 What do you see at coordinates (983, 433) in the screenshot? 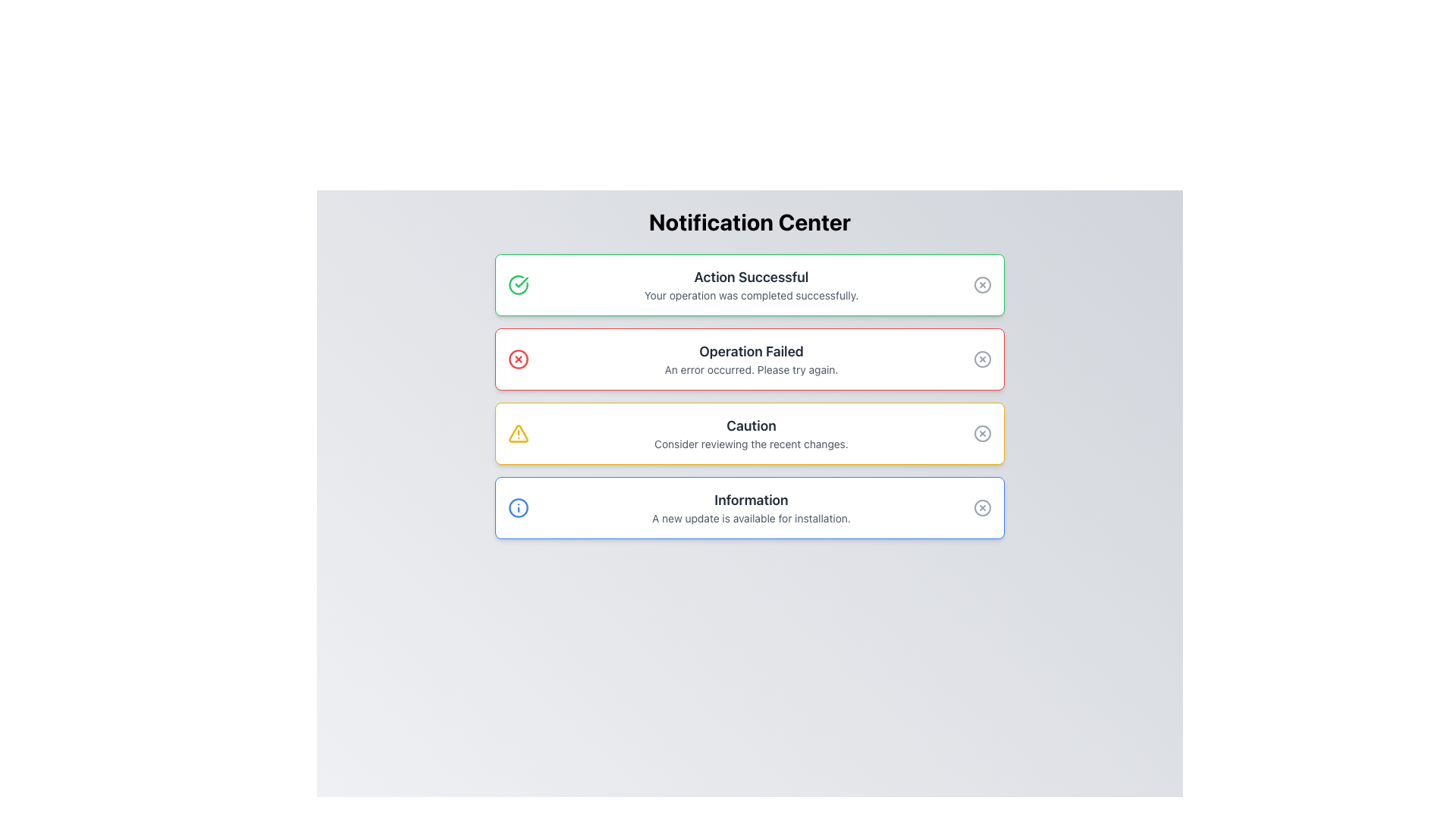
I see `the close button located at the far-right side of the notification card to change its color` at bounding box center [983, 433].